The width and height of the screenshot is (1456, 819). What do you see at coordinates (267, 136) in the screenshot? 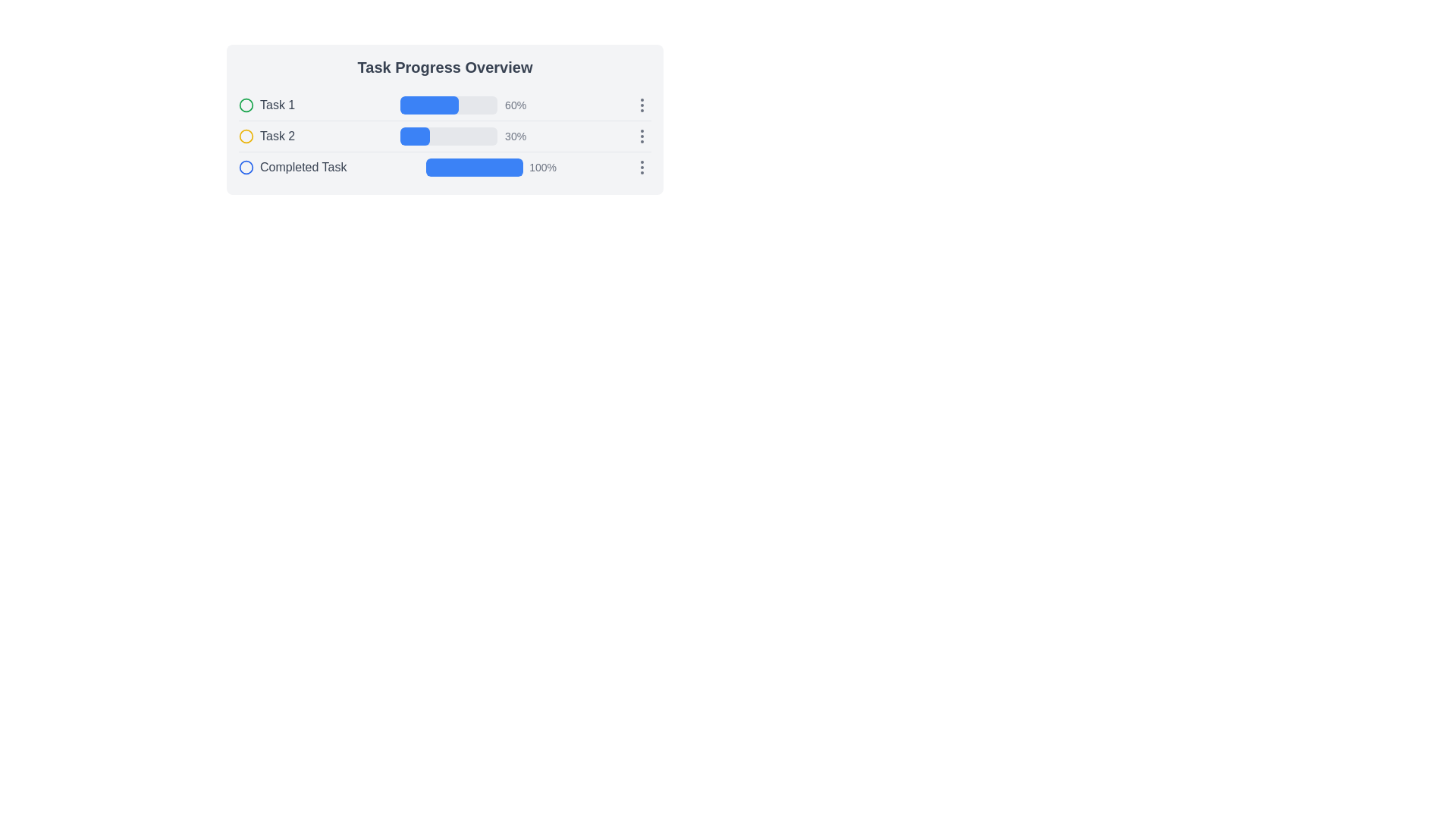
I see `the second list item in the 'Task Progress Overview' that displays the text 'Task 2'` at bounding box center [267, 136].